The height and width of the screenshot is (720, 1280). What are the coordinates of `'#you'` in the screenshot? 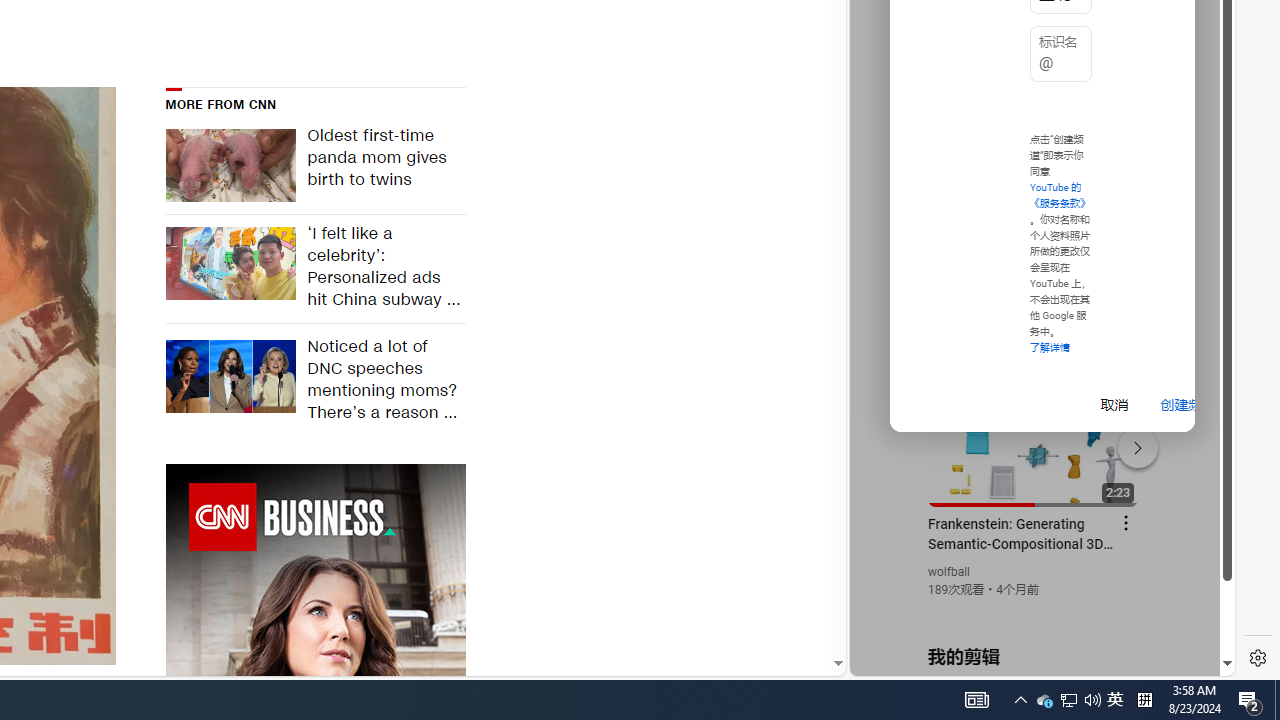 It's located at (1034, 438).